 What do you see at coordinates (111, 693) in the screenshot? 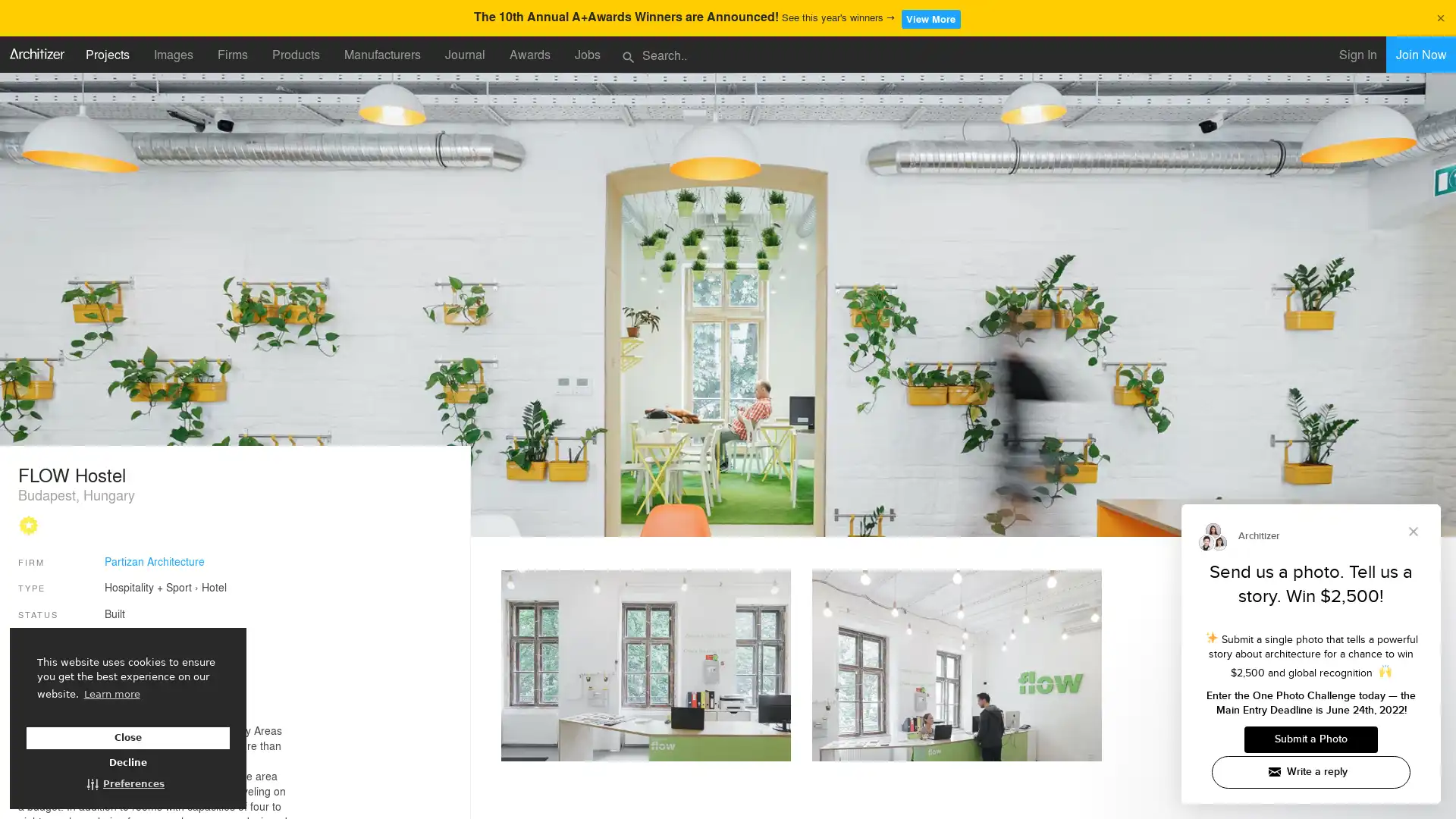
I see `learn more about cookies` at bounding box center [111, 693].